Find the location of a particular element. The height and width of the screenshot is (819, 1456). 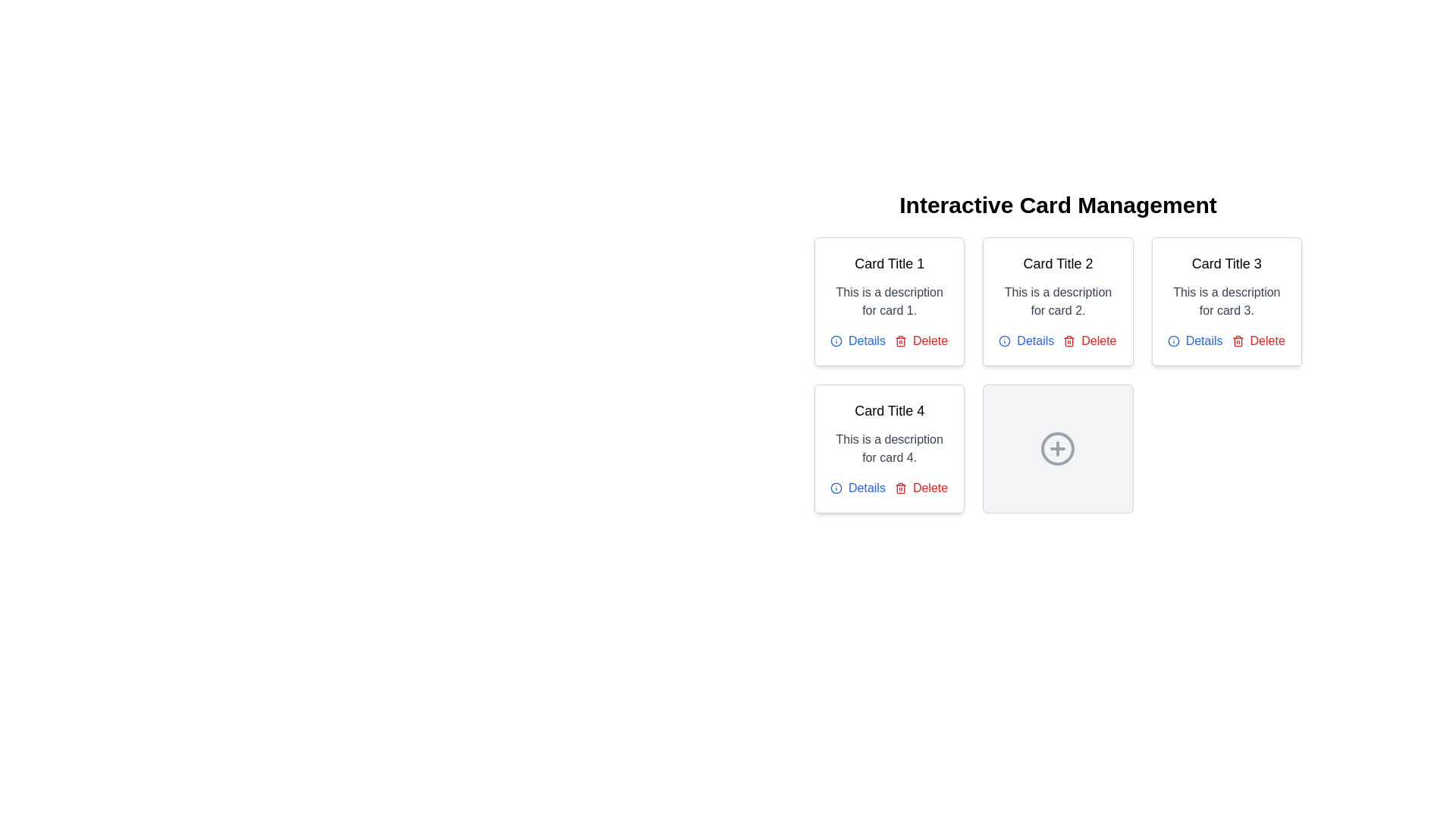

the circular blue outlined icon with an 'i' symbol, which is part of the 'Details' text link in the lower-left corner of the first card in the grid layout is located at coordinates (836, 341).